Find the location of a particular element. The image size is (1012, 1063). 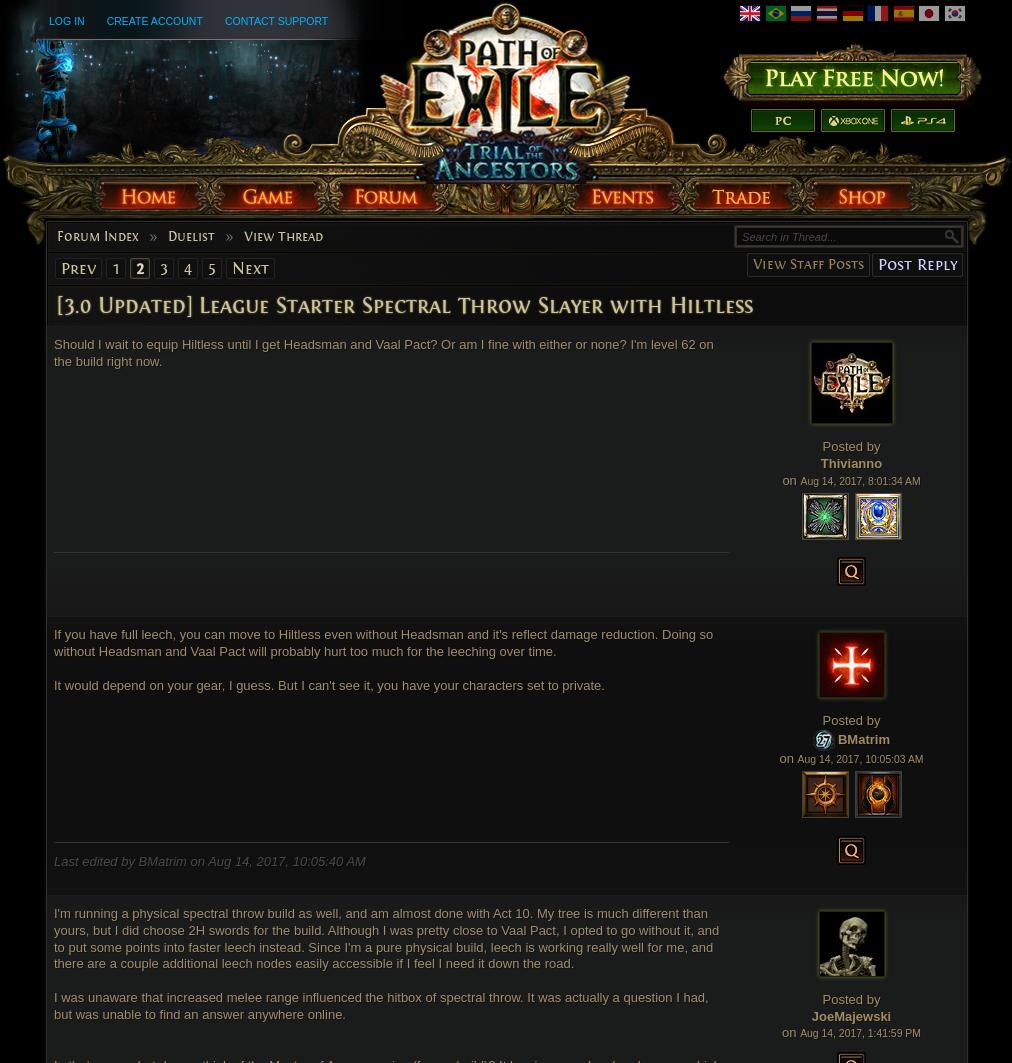

'Next' is located at coordinates (250, 267).